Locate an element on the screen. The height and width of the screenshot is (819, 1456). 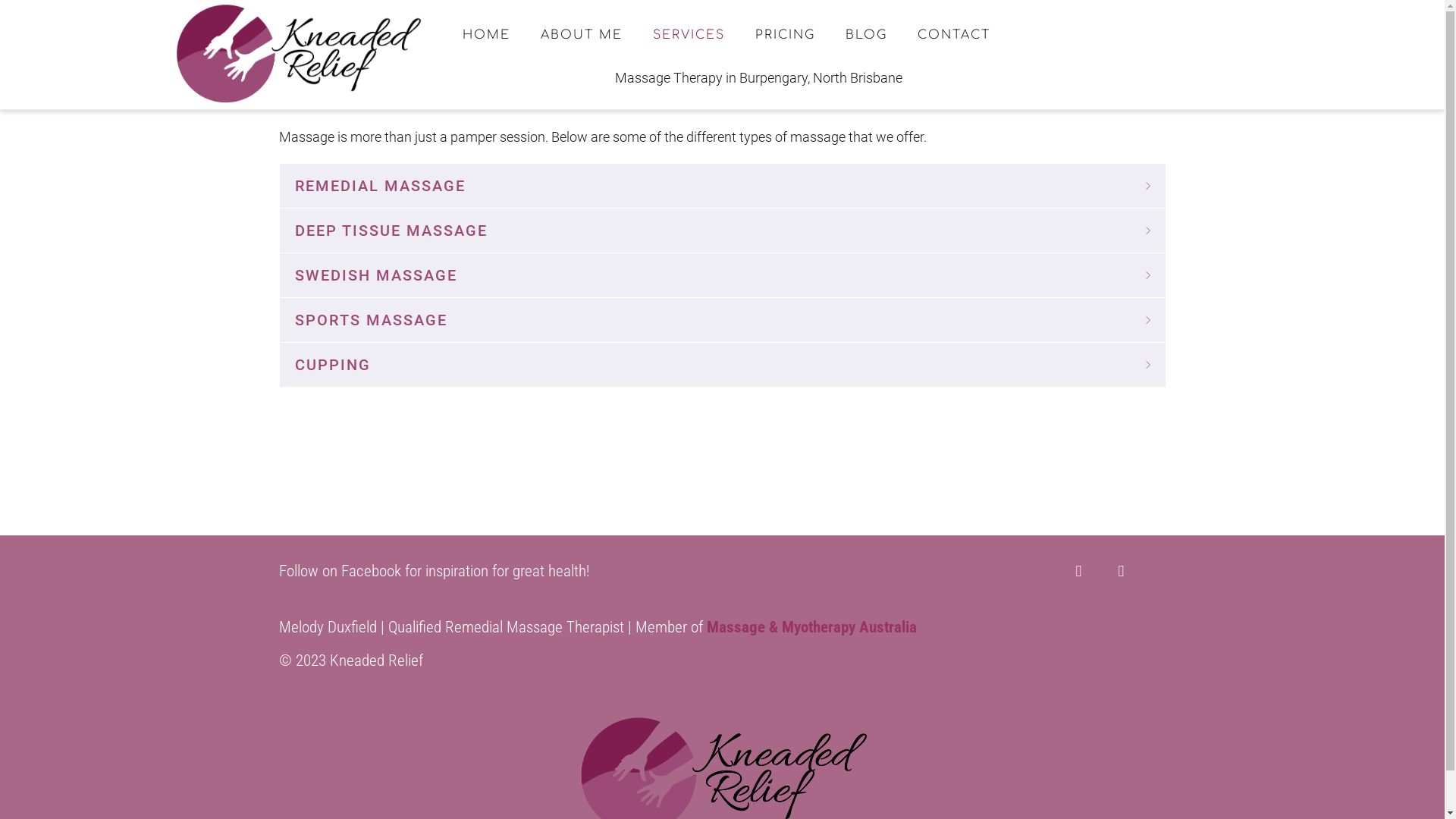
'PRICING' is located at coordinates (743, 34).